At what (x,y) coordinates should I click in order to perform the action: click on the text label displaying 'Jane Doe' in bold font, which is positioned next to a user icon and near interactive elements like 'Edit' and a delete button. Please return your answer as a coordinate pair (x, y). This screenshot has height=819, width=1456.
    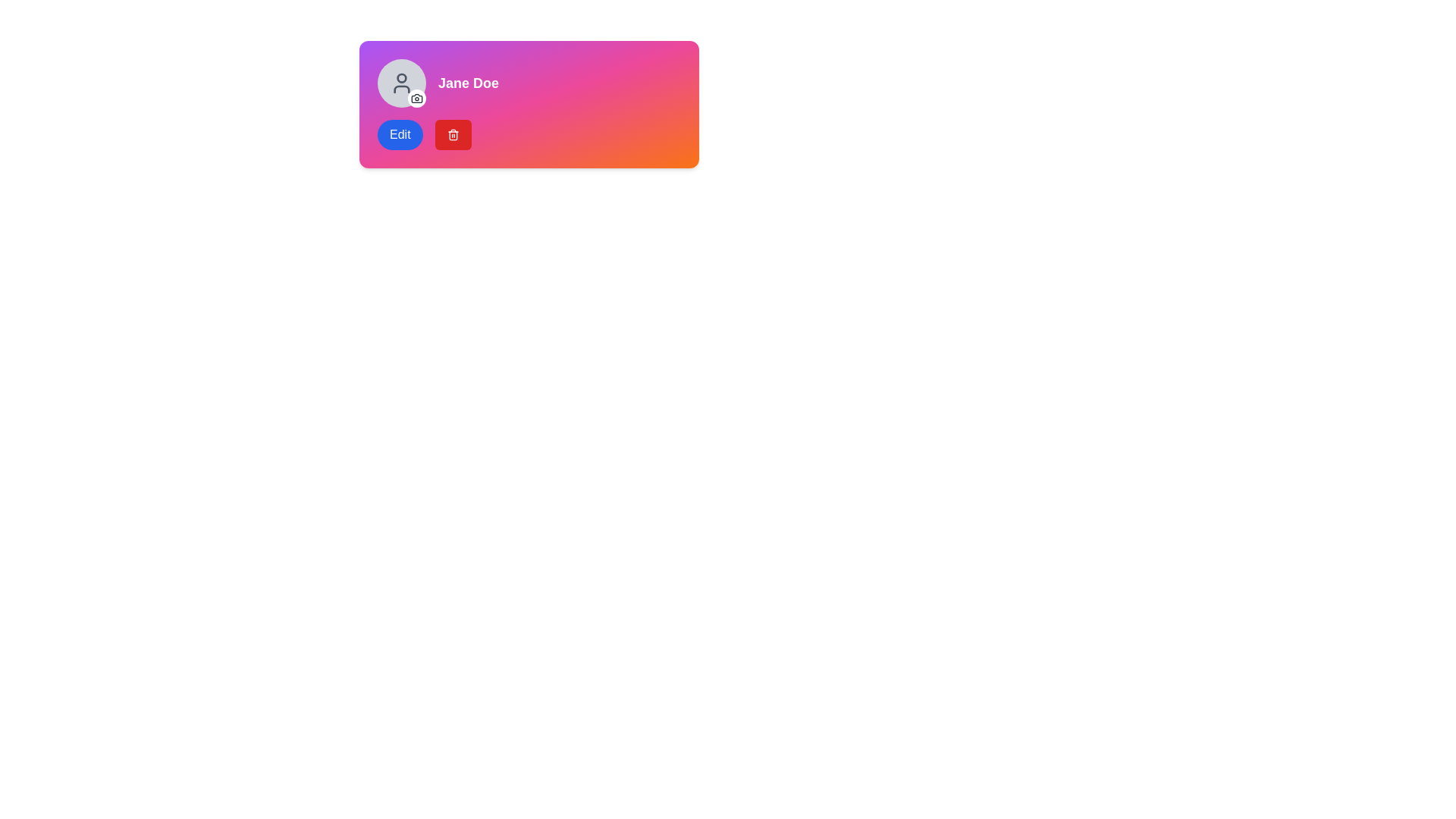
    Looking at the image, I should click on (468, 83).